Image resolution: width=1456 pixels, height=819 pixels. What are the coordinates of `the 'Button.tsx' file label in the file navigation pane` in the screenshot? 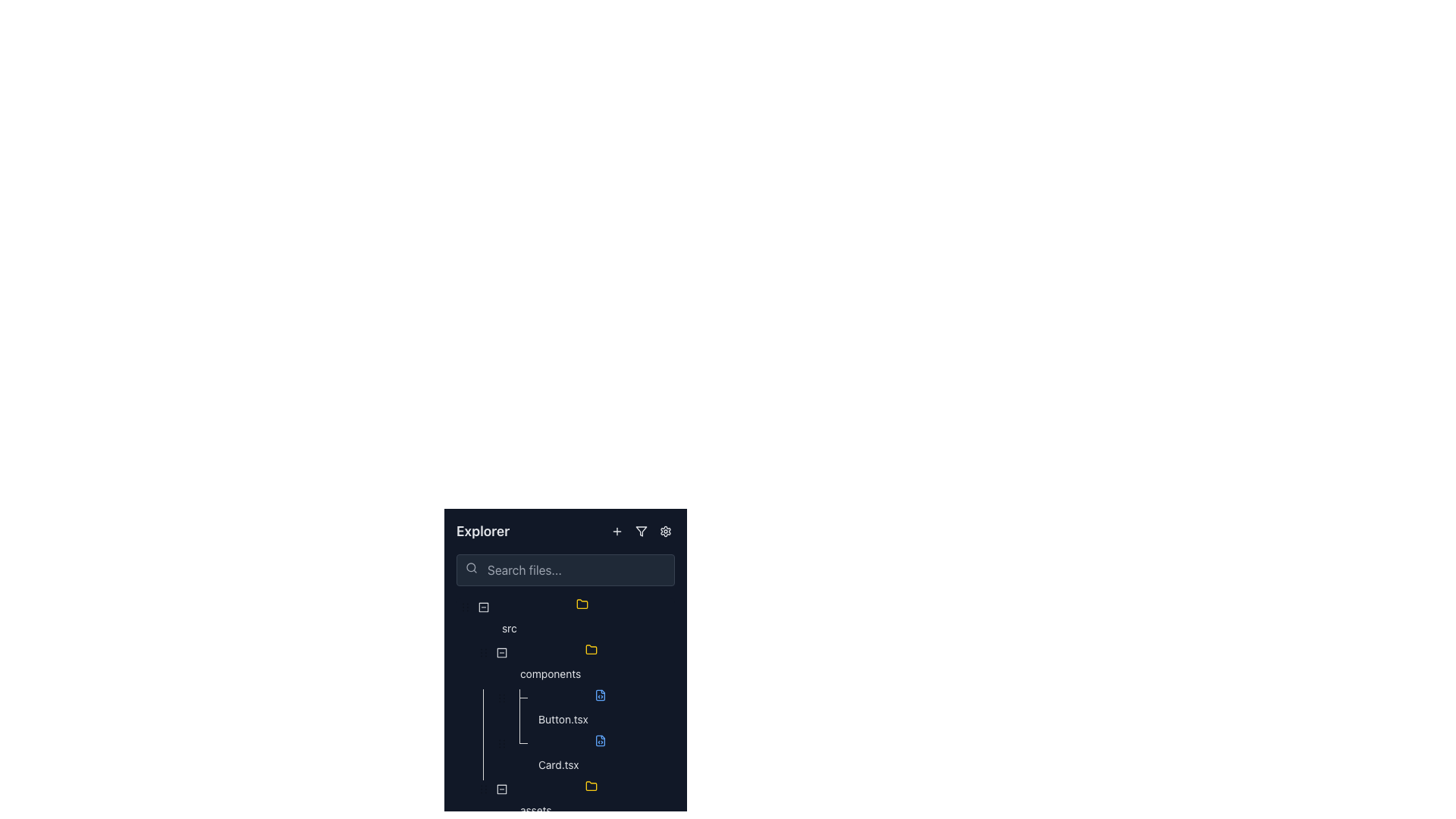 It's located at (562, 718).